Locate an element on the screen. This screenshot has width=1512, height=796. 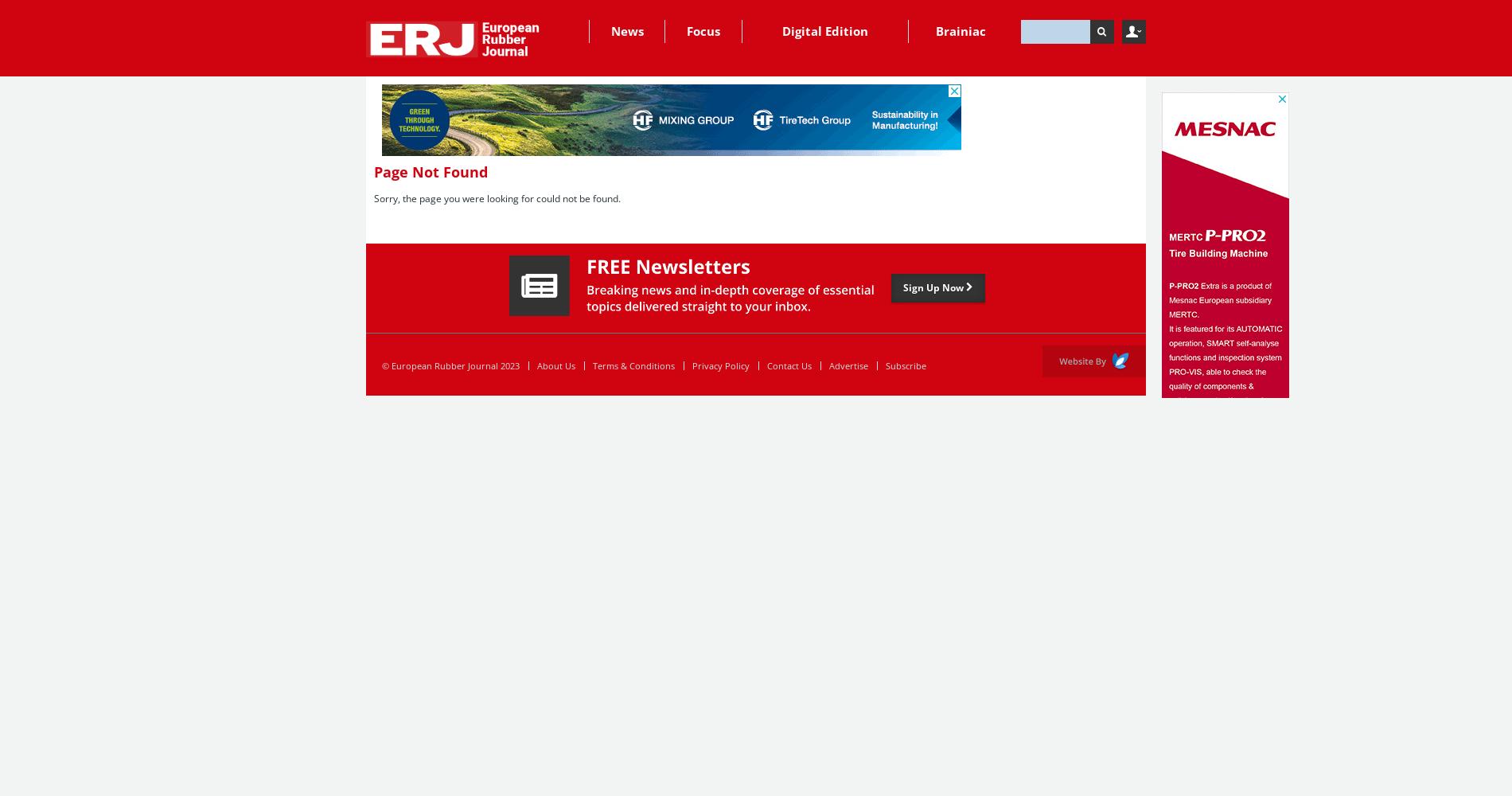
'Terms & Conditions' is located at coordinates (633, 365).